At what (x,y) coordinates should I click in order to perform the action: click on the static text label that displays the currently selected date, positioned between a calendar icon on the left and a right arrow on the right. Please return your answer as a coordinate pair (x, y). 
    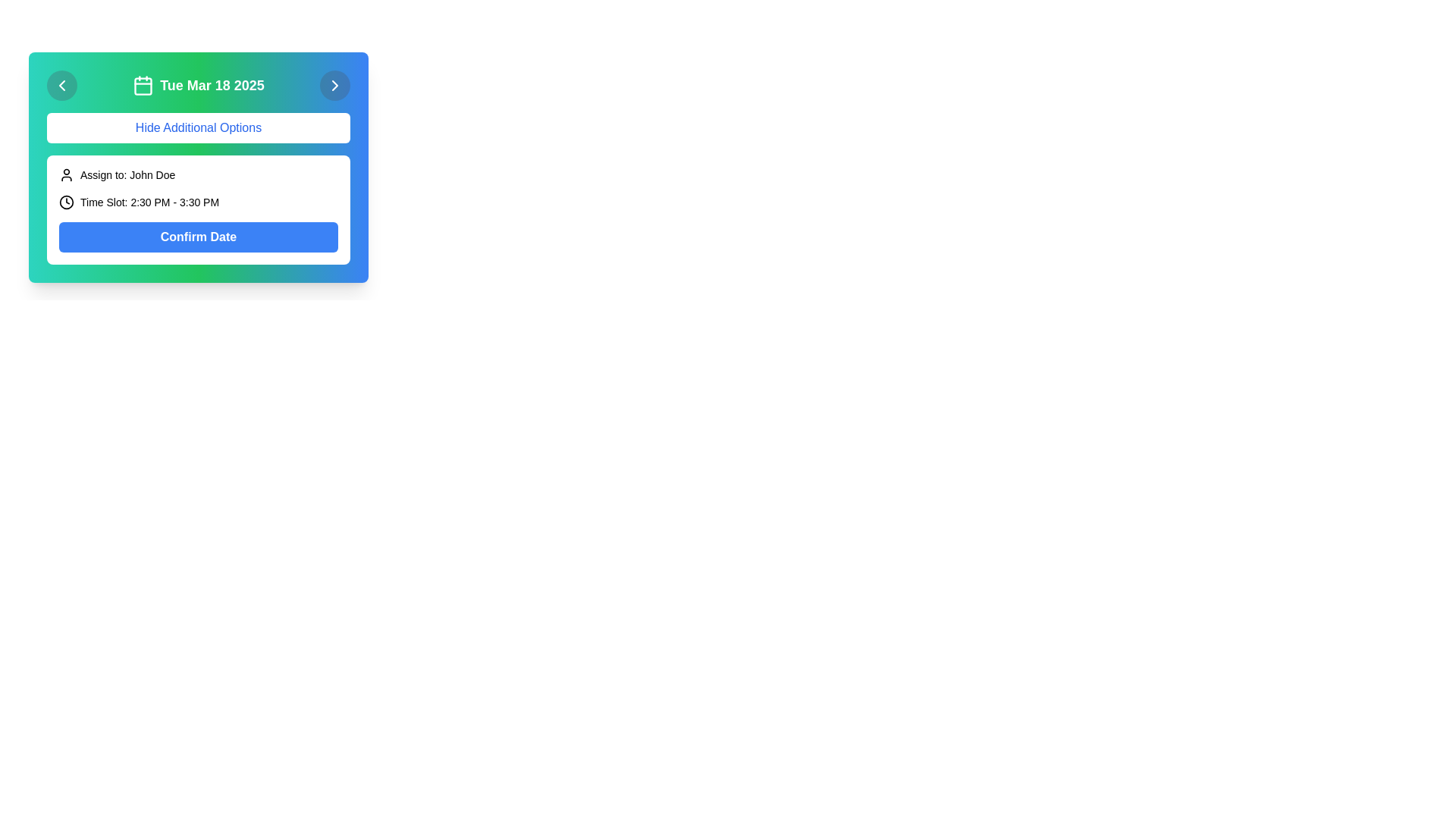
    Looking at the image, I should click on (211, 85).